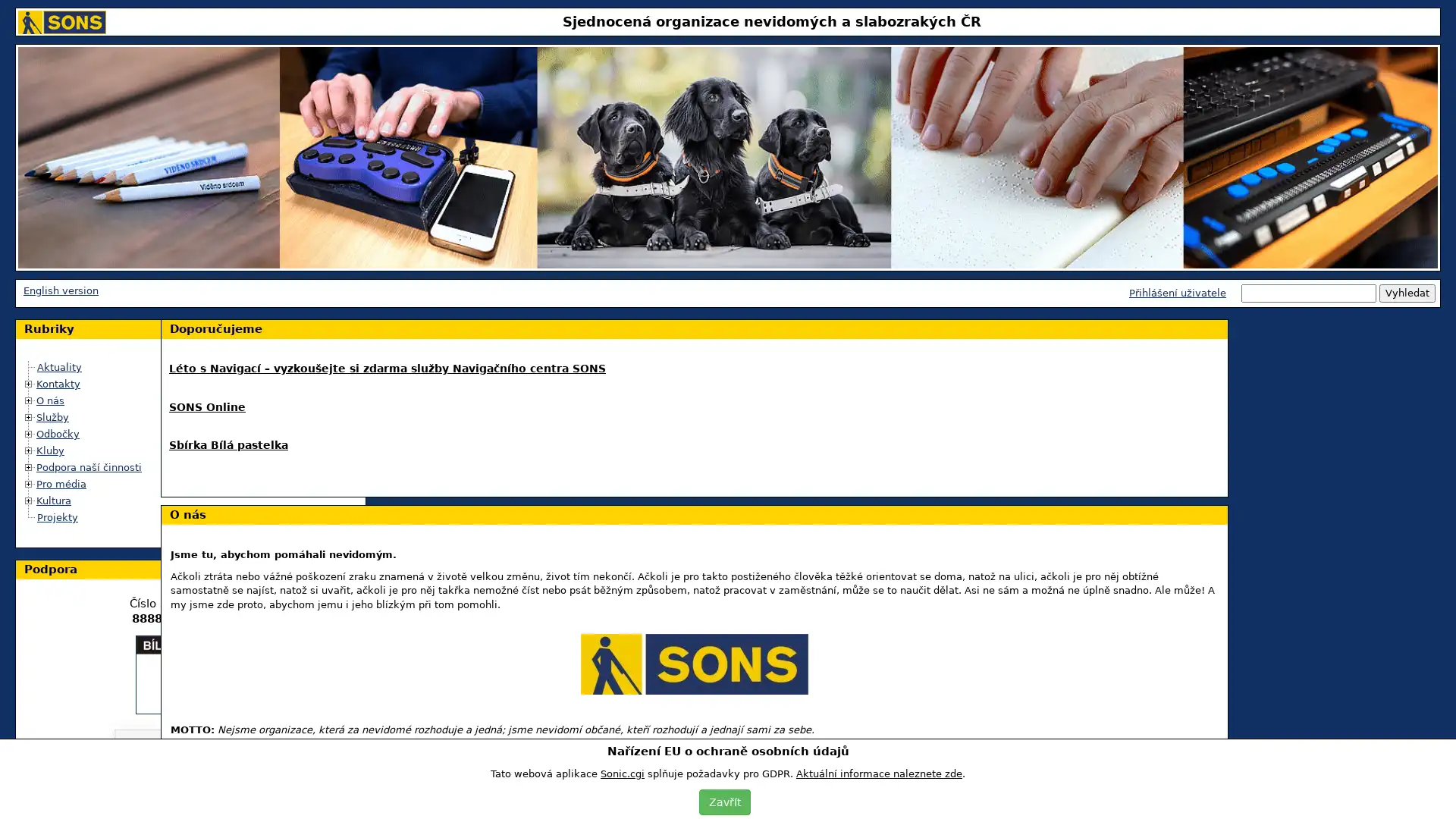 The image size is (1456, 819). Describe the element at coordinates (1407, 293) in the screenshot. I see `Vyhledat` at that location.